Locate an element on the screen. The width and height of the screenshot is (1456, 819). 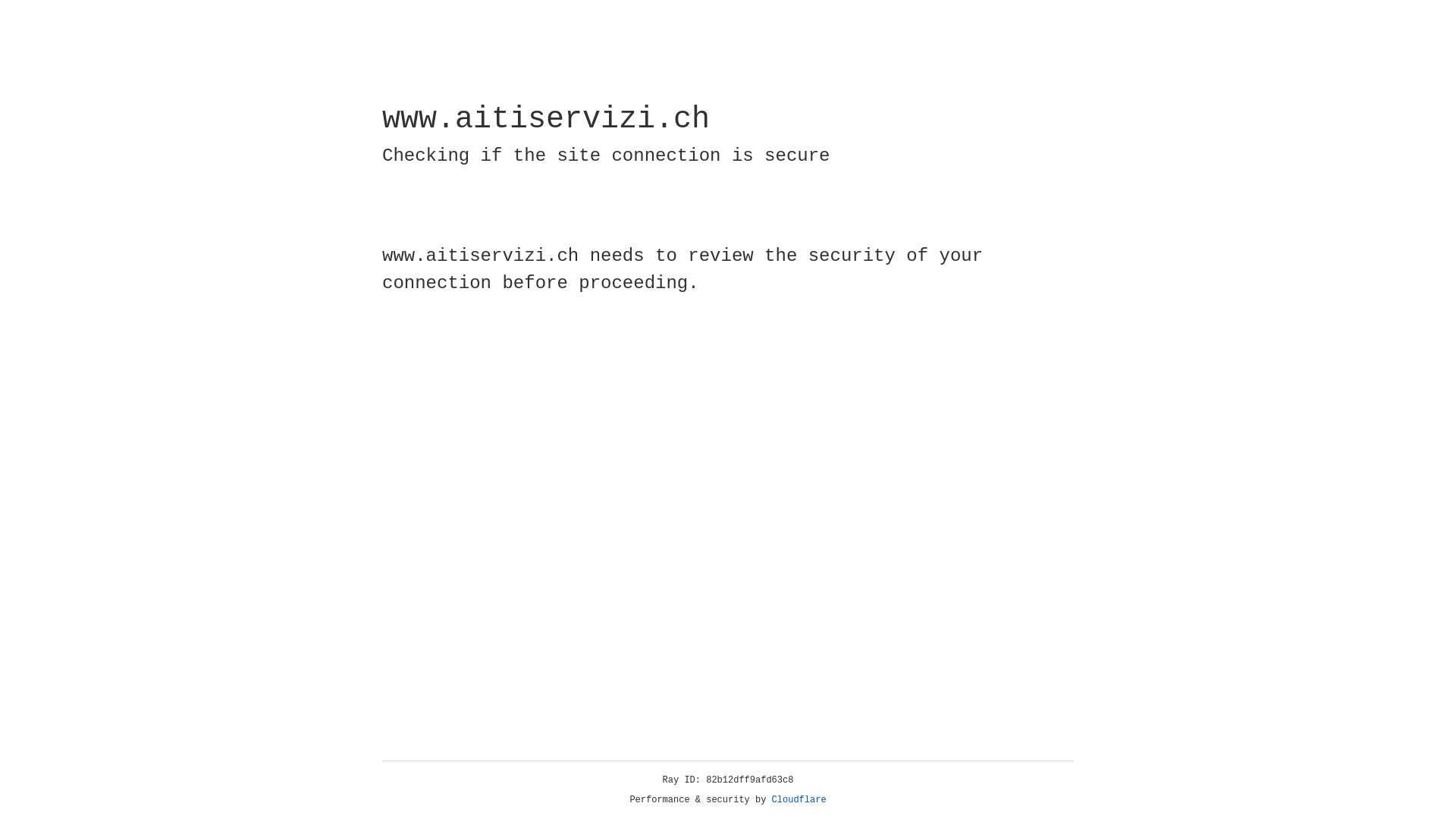
'Cloudflare' is located at coordinates (771, 799).